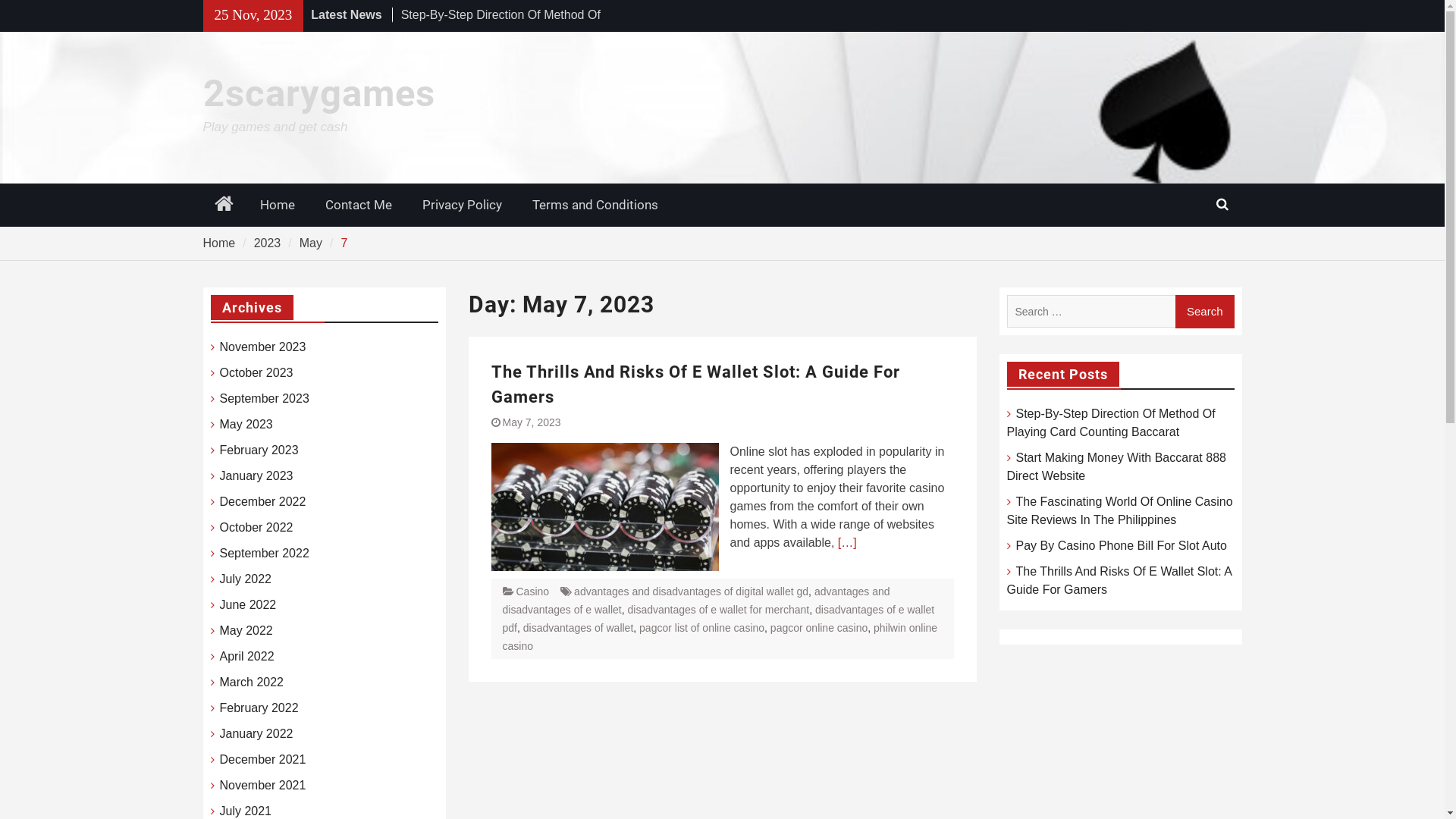 The height and width of the screenshot is (819, 1456). Describe the element at coordinates (276, 205) in the screenshot. I see `'Home'` at that location.